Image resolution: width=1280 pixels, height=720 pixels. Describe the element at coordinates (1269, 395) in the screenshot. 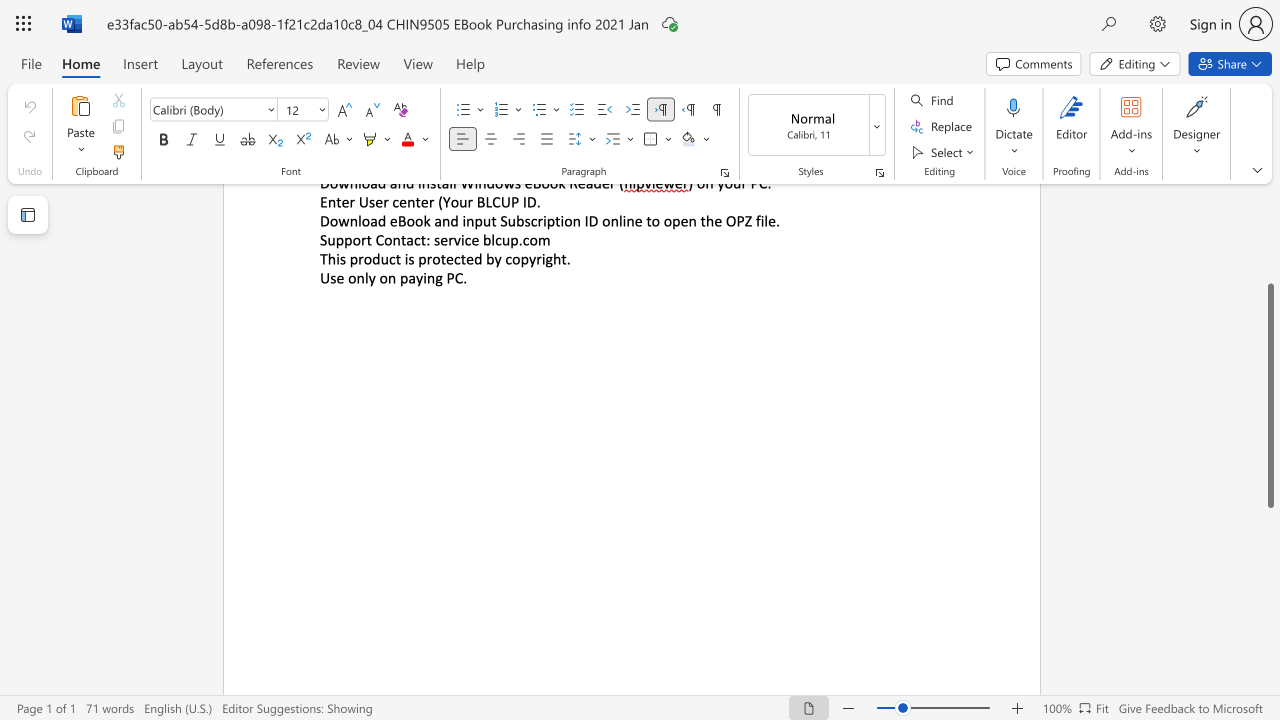

I see `the scrollbar and move up 200 pixels` at that location.